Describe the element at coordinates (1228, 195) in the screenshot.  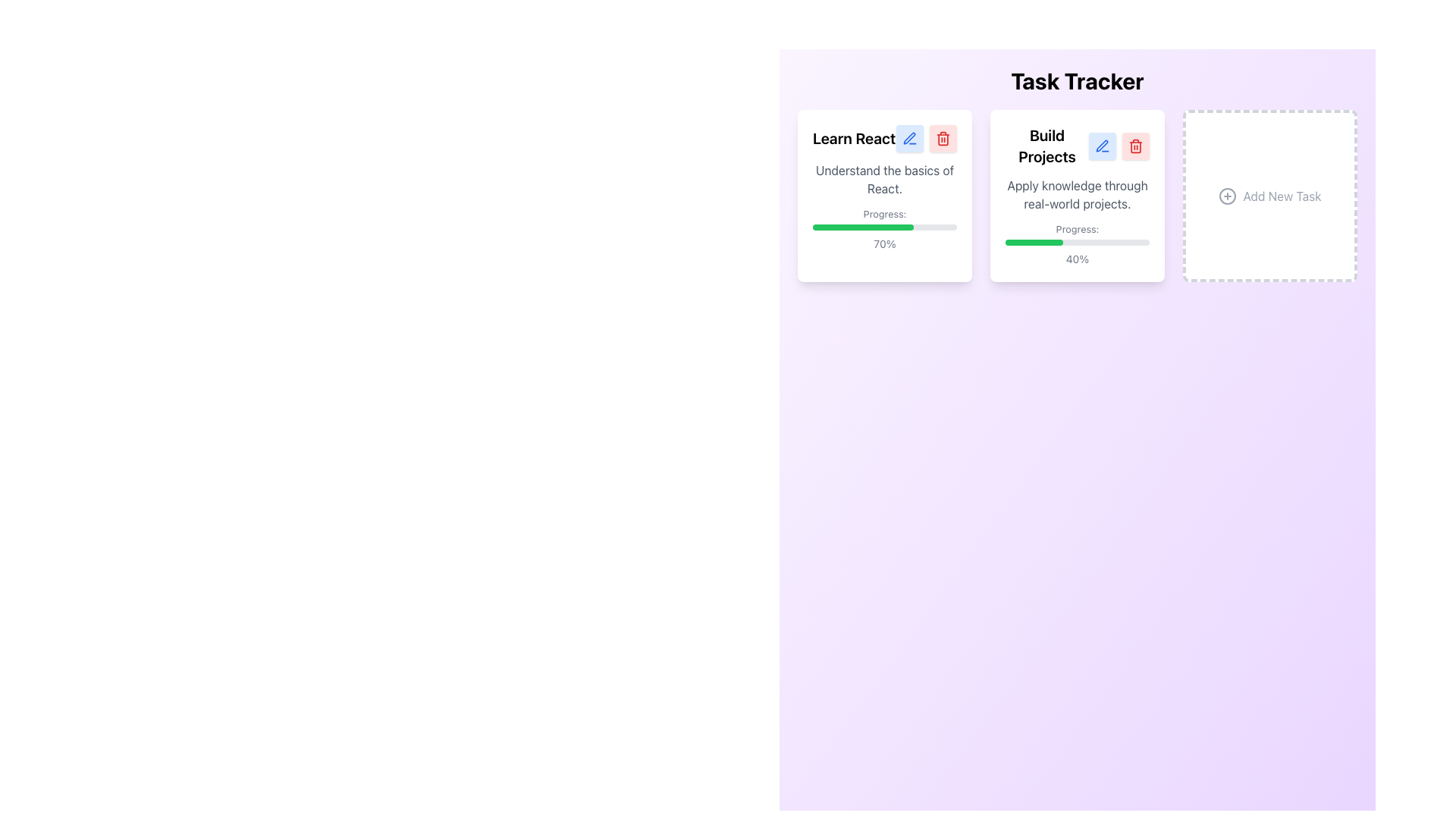
I see `the circular 'Add New Task' icon located in the rightmost column of the task management interface to initiate the task creation process` at that location.